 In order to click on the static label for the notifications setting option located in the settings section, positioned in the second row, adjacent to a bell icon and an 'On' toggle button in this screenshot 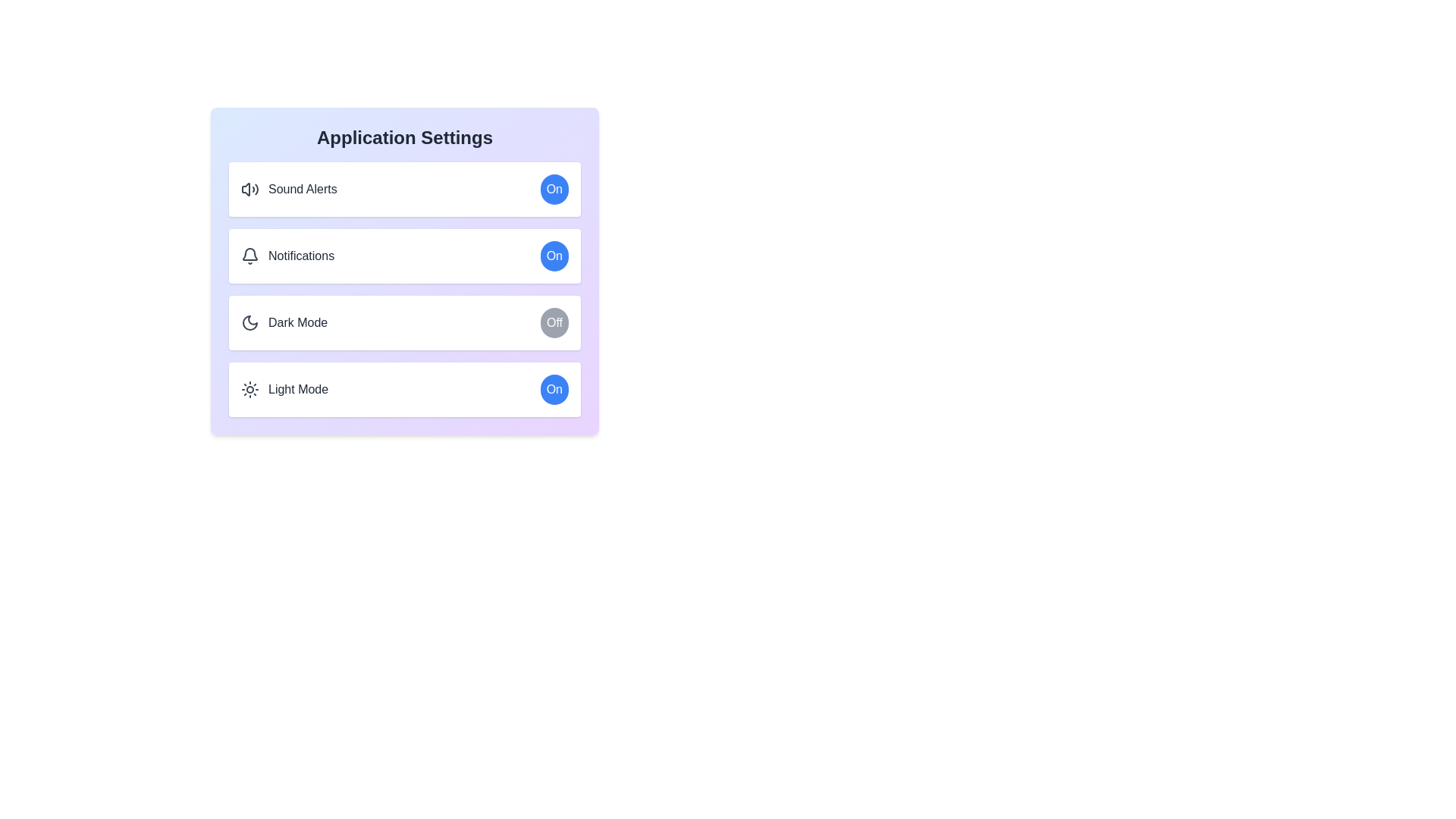, I will do `click(301, 256)`.